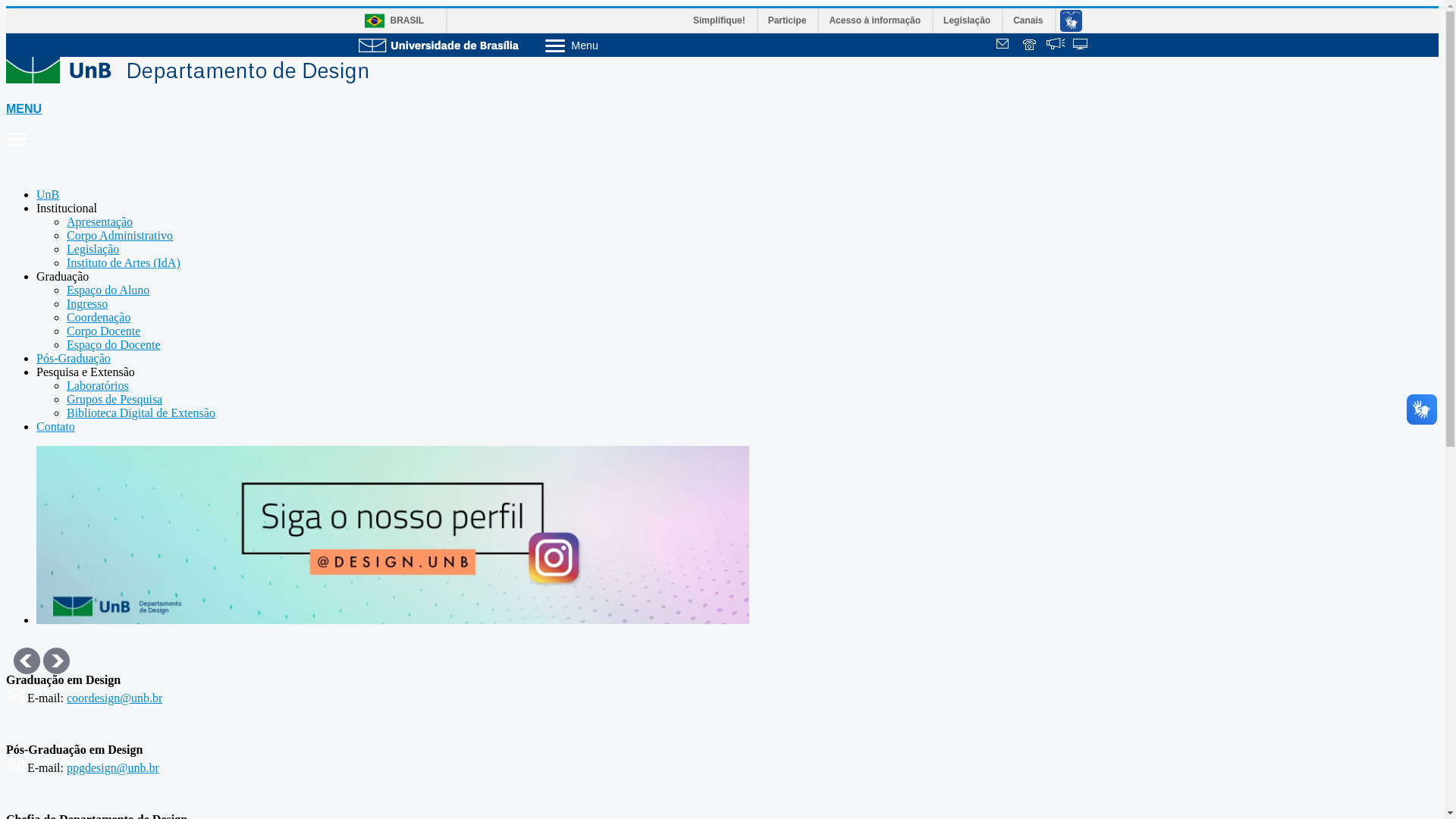 The height and width of the screenshot is (819, 1456). What do you see at coordinates (1028, 20) in the screenshot?
I see `'Canais'` at bounding box center [1028, 20].